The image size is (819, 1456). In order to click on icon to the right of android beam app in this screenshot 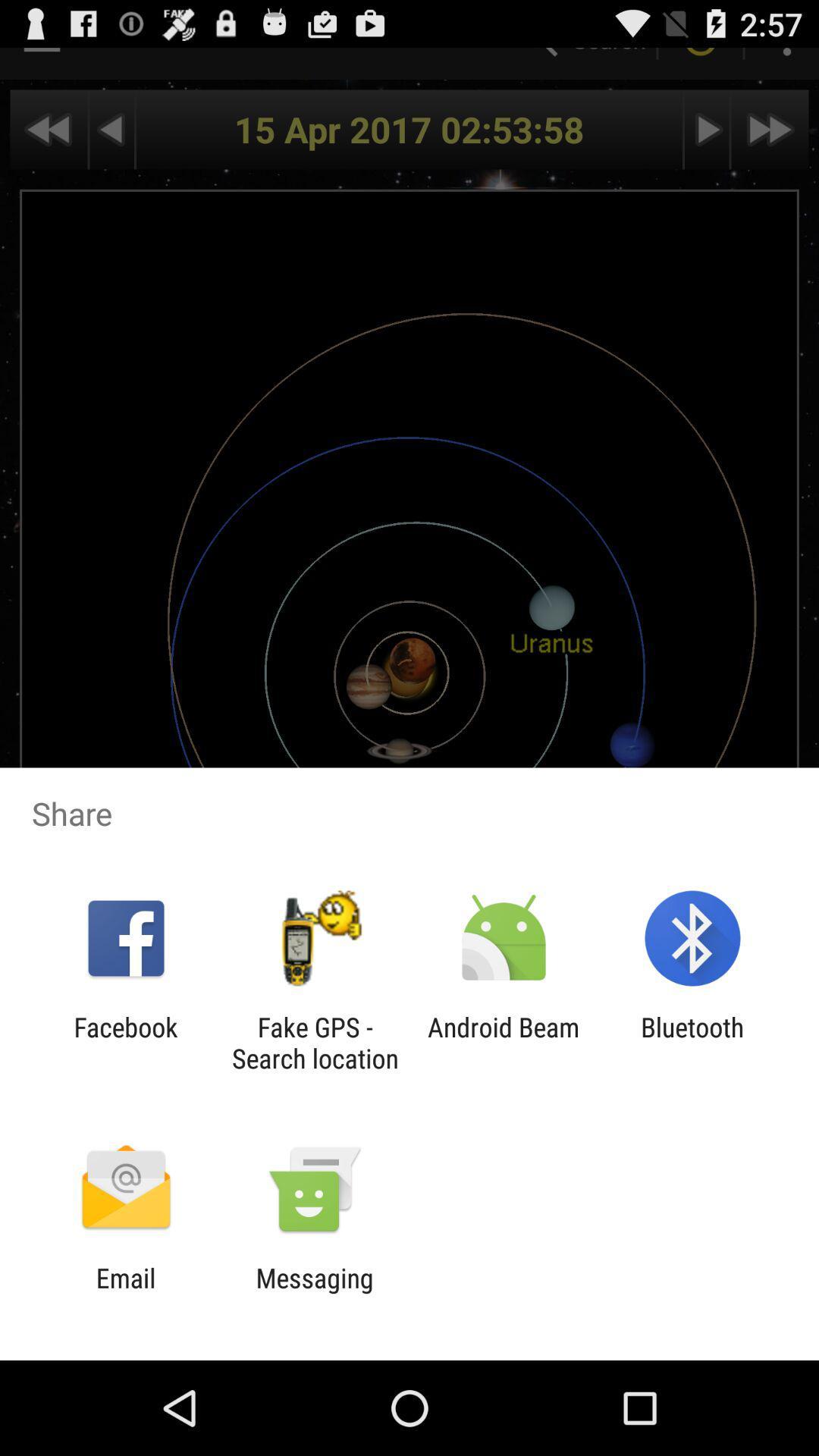, I will do `click(692, 1042)`.